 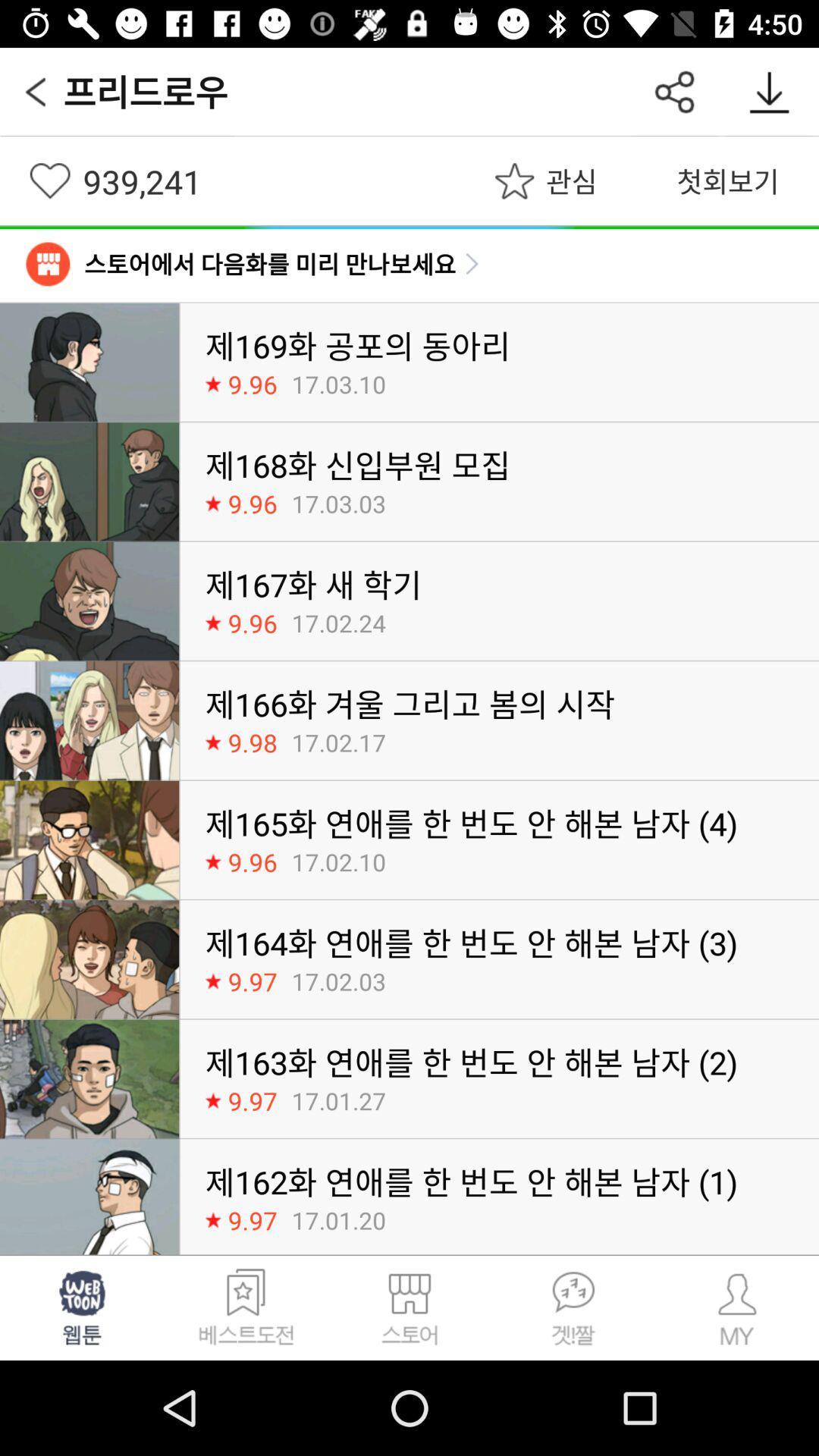 What do you see at coordinates (736, 1307) in the screenshot?
I see `tap the my profile icon at the right bottom of the page` at bounding box center [736, 1307].